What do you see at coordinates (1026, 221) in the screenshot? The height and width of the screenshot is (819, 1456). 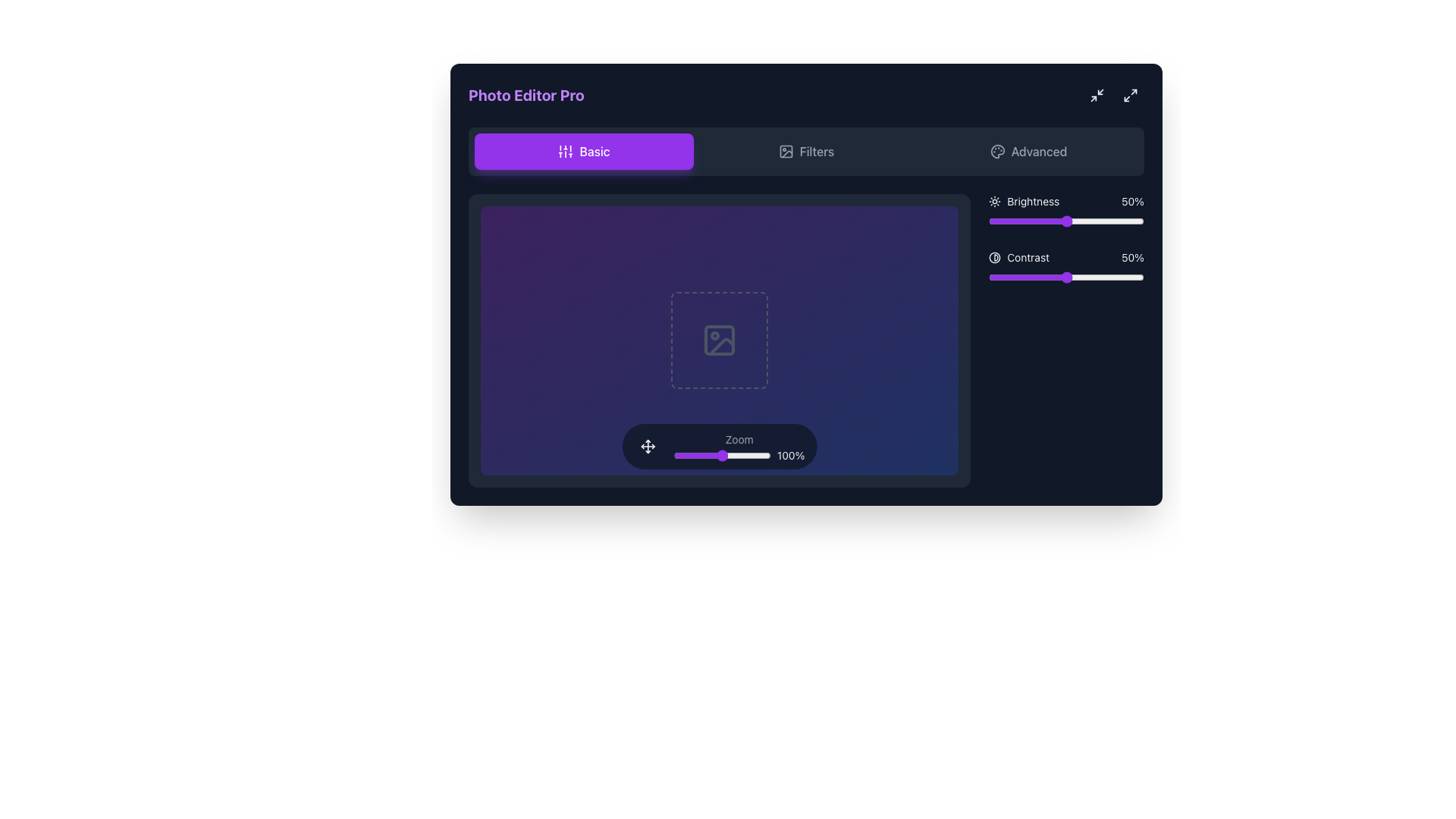 I see `slider value` at bounding box center [1026, 221].